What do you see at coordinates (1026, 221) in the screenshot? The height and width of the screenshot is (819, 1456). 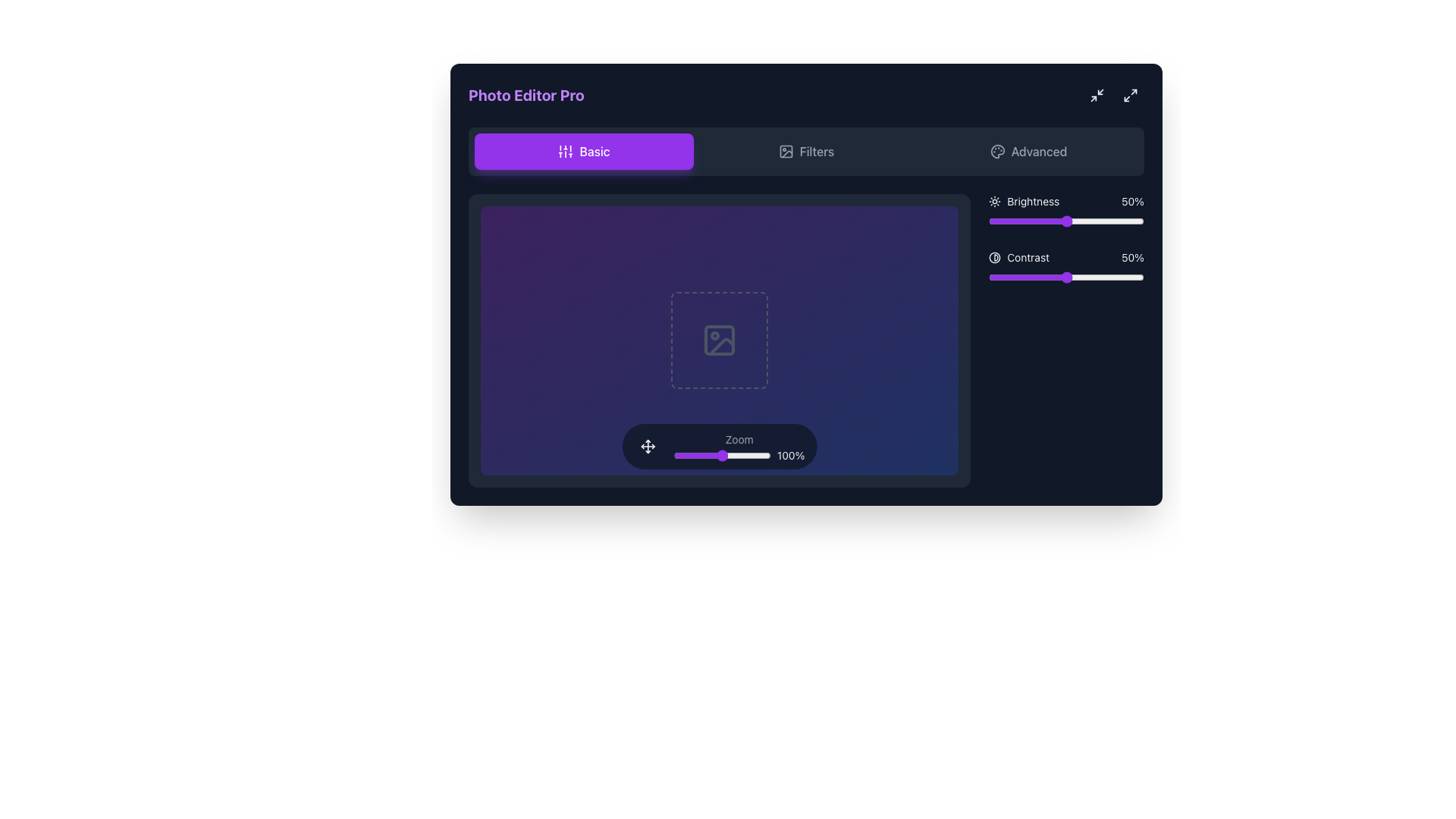 I see `slider value` at bounding box center [1026, 221].